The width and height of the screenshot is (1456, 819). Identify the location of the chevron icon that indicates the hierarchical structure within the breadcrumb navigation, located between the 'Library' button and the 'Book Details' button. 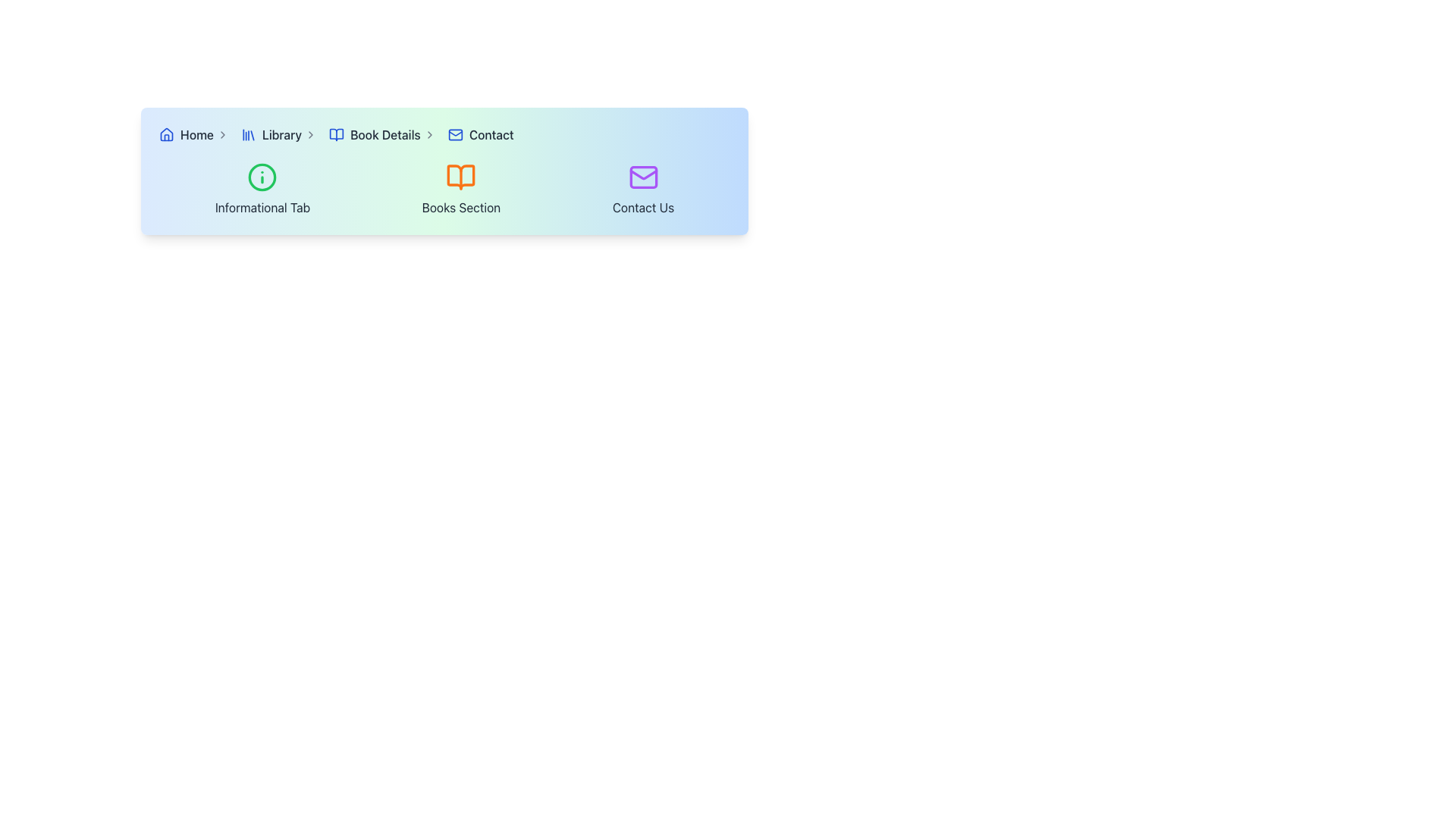
(310, 133).